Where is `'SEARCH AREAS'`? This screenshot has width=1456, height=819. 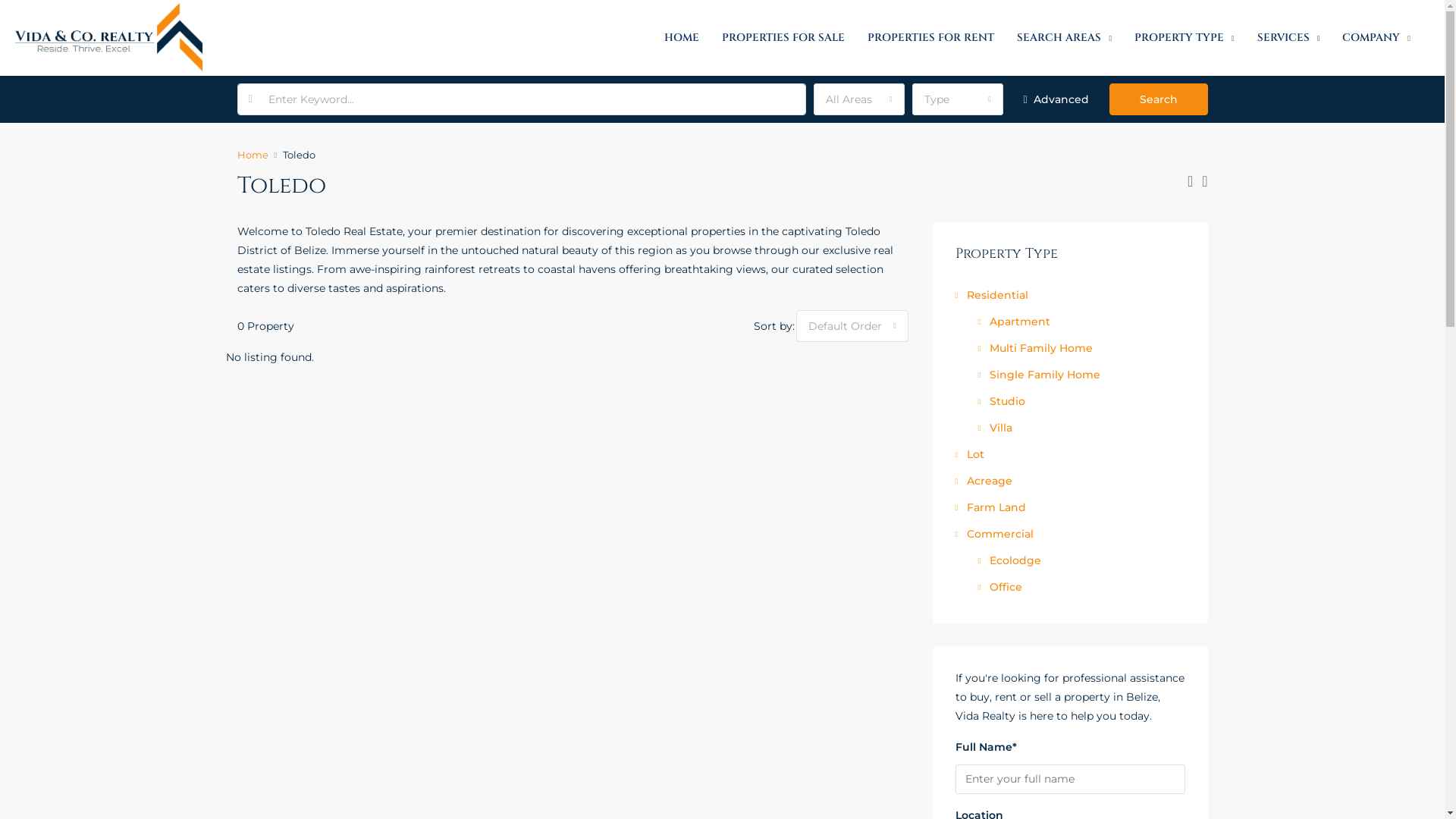
'SEARCH AREAS' is located at coordinates (1063, 37).